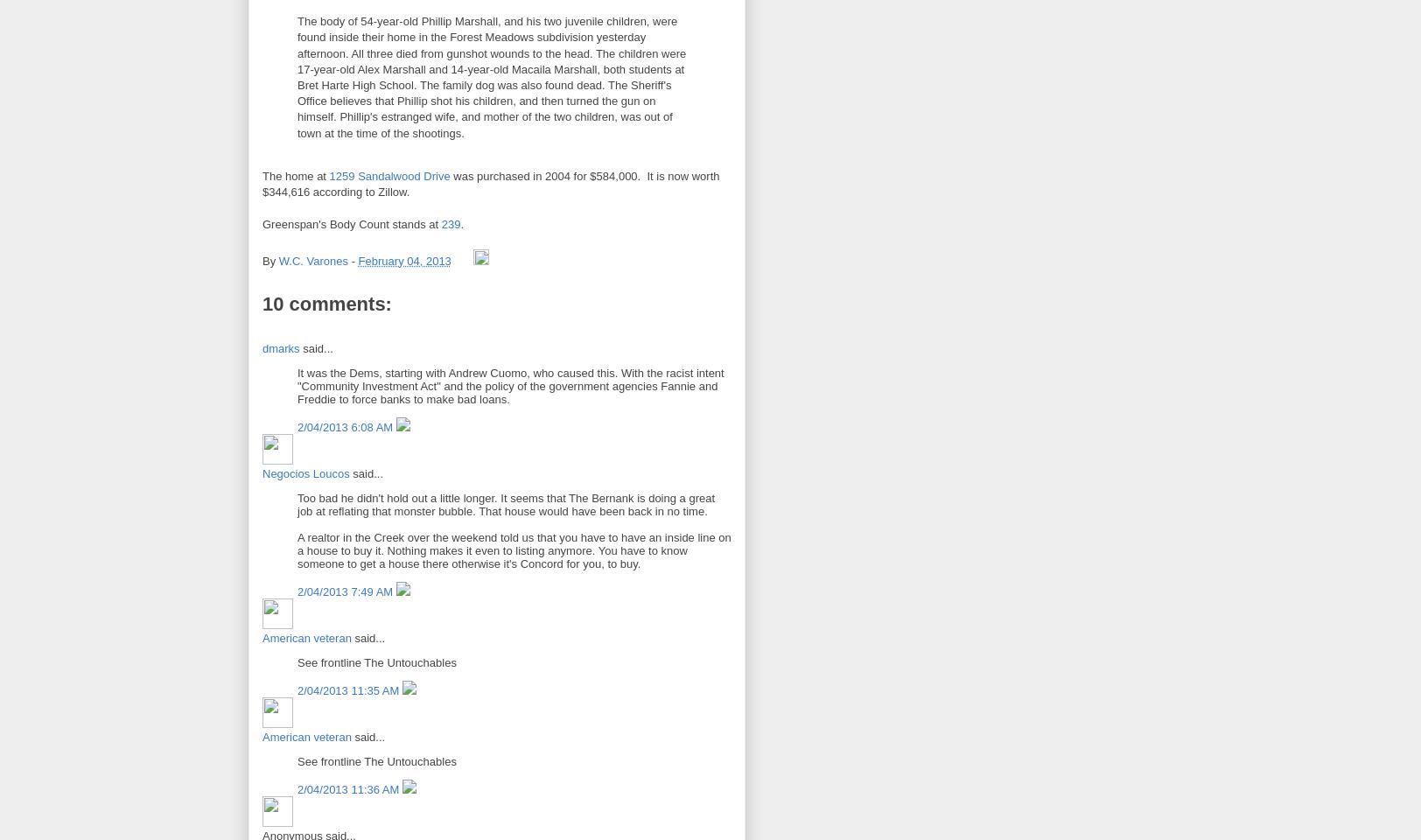  I want to click on '-', so click(354, 260).